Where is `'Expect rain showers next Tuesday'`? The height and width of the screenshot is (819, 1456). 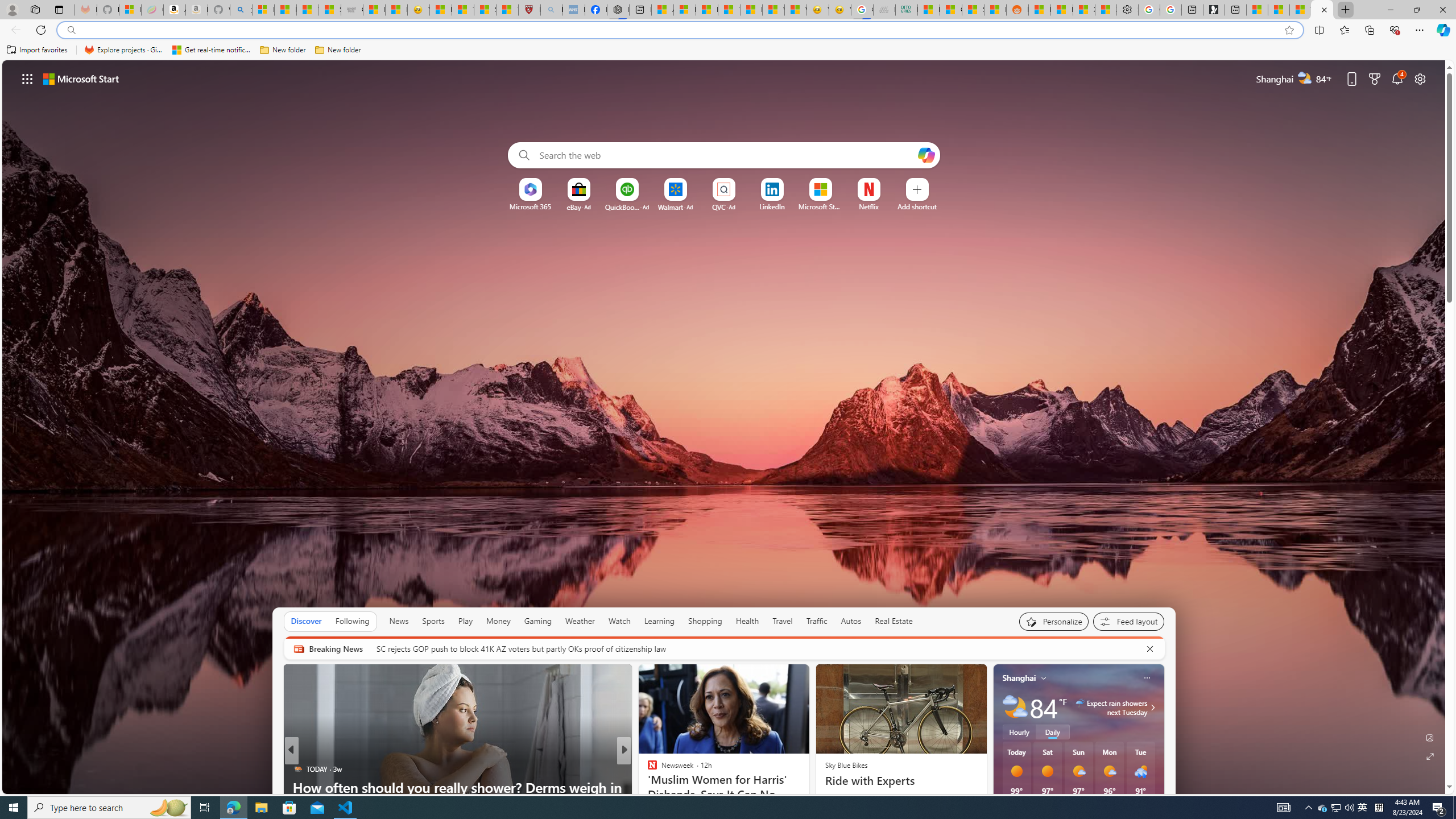
'Expect rain showers next Tuesday' is located at coordinates (1150, 708).